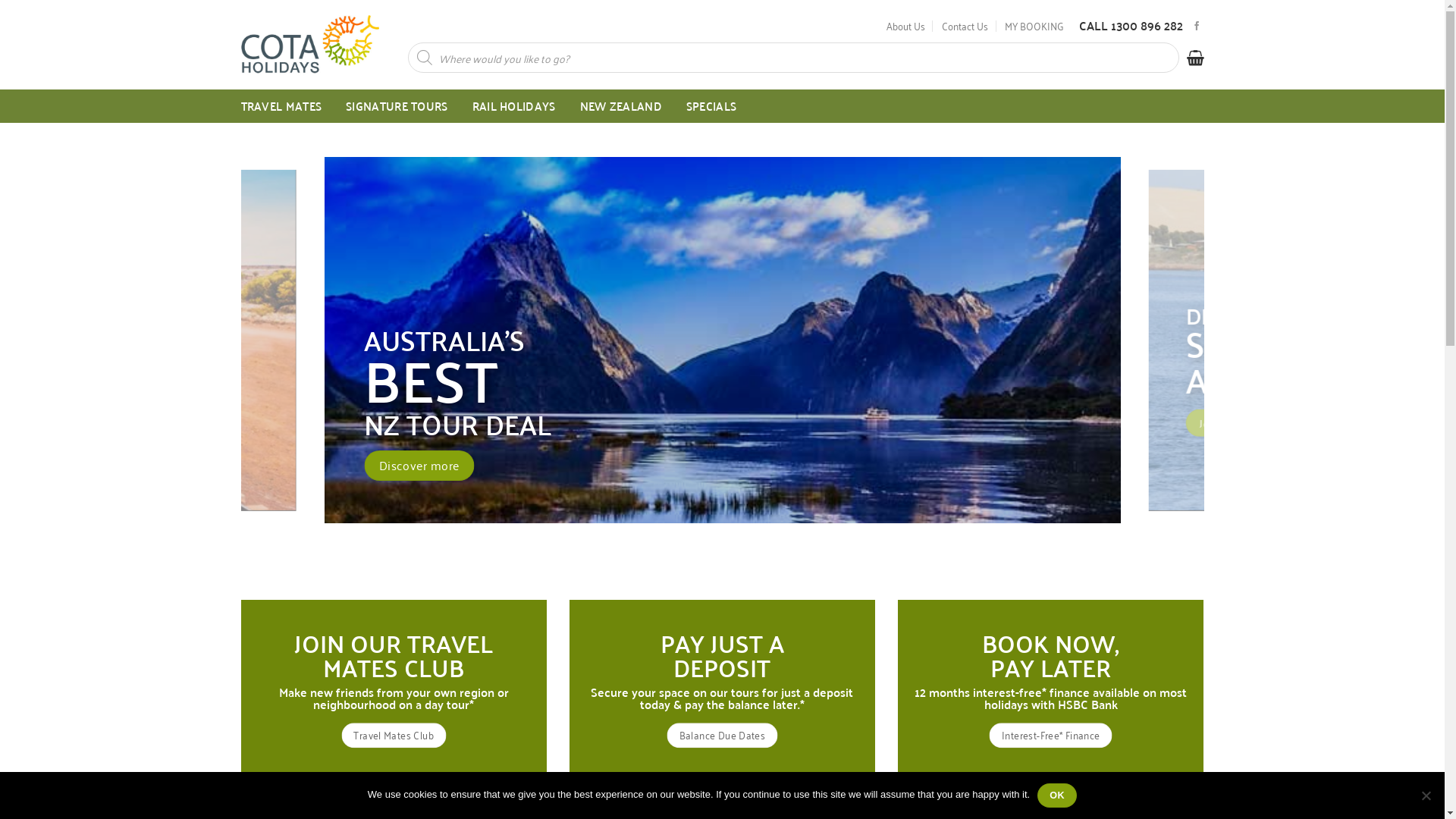 The width and height of the screenshot is (1456, 819). What do you see at coordinates (312, 45) in the screenshot?
I see `'COTA Holidays - Come gallivanting with us!'` at bounding box center [312, 45].